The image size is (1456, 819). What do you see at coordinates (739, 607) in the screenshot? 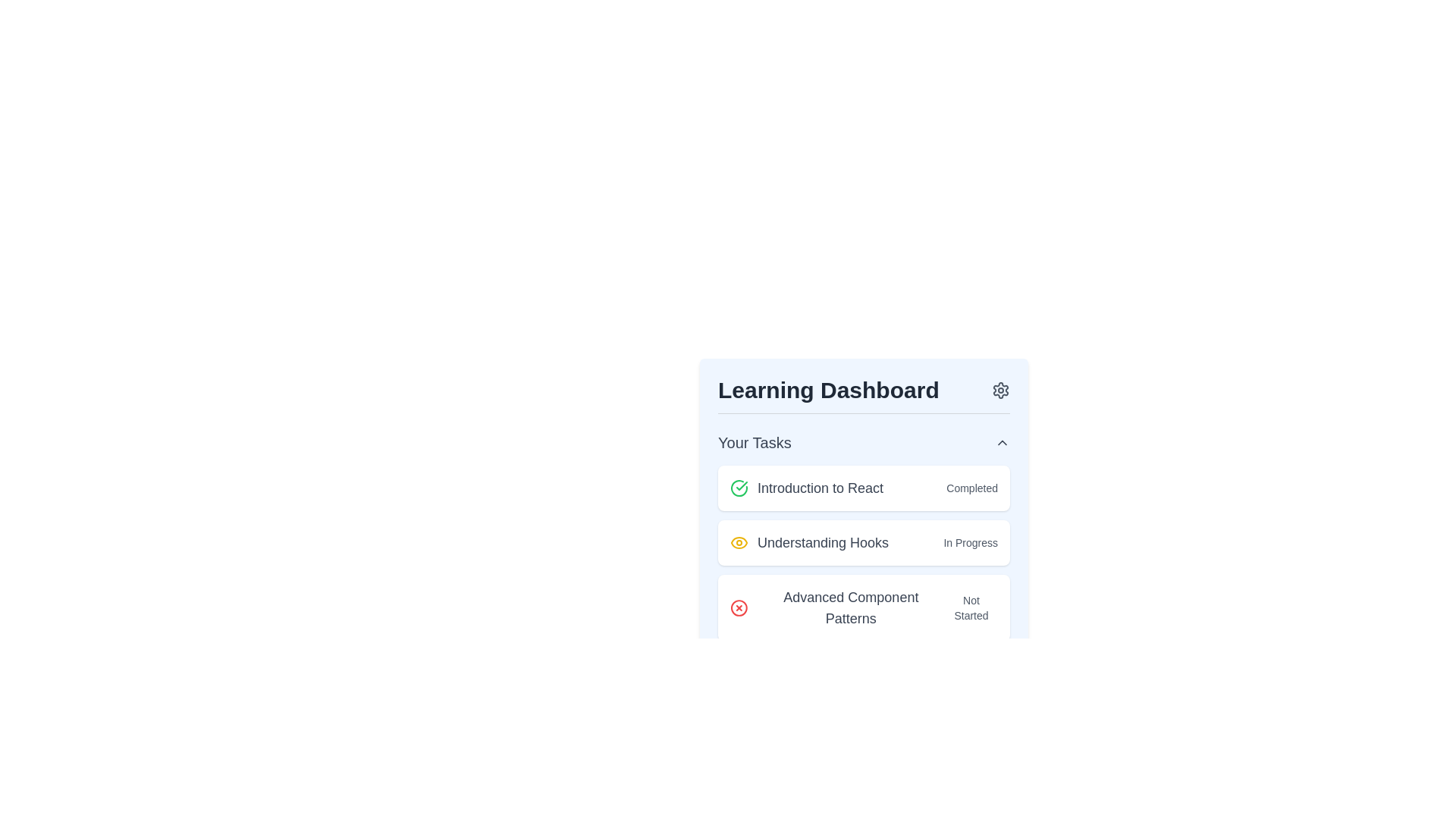
I see `the circular red icon indicating 'not started' status in the third task item card of the 'Your Tasks' list on the learning dashboard` at bounding box center [739, 607].